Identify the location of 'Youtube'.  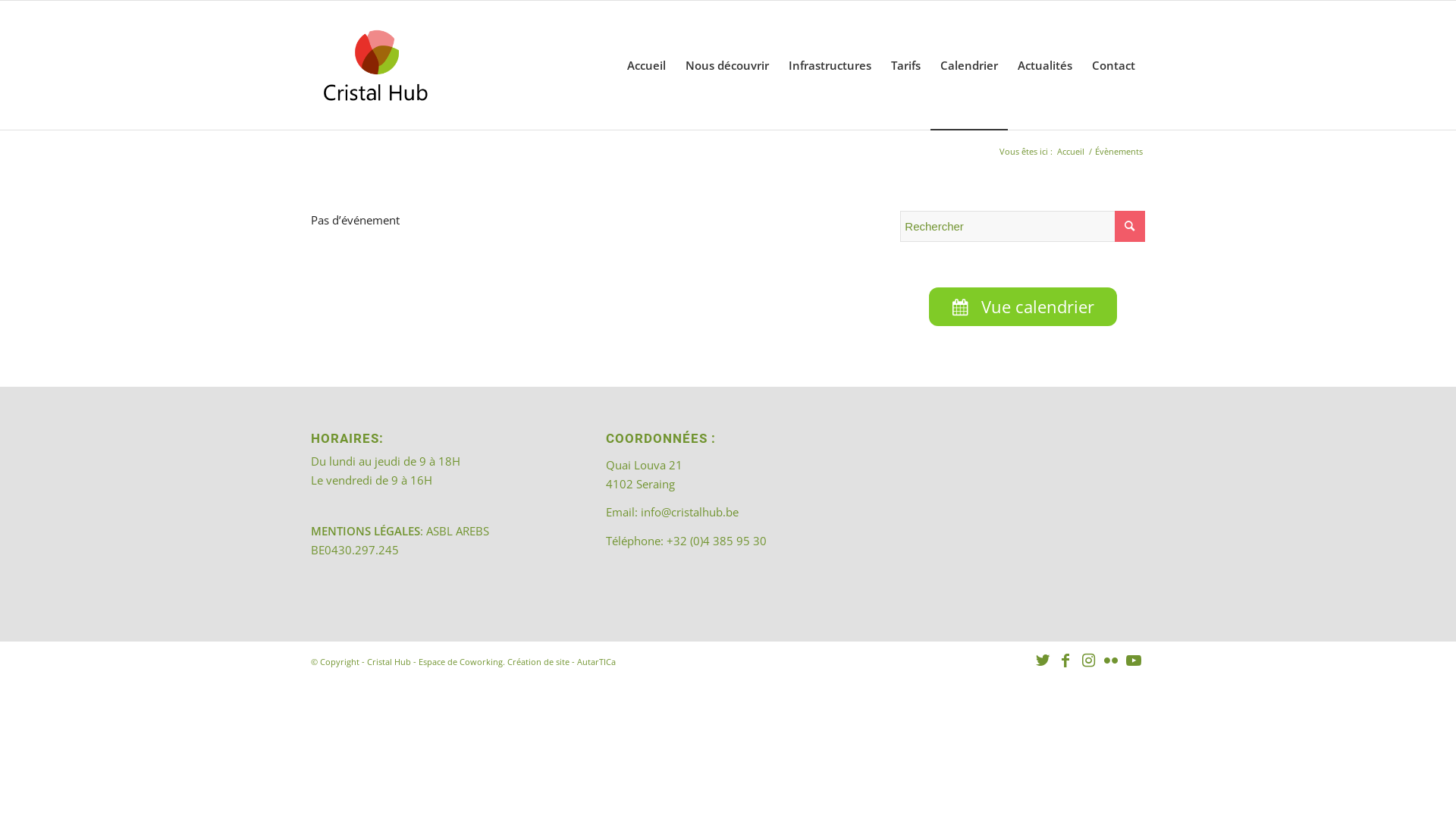
(1133, 660).